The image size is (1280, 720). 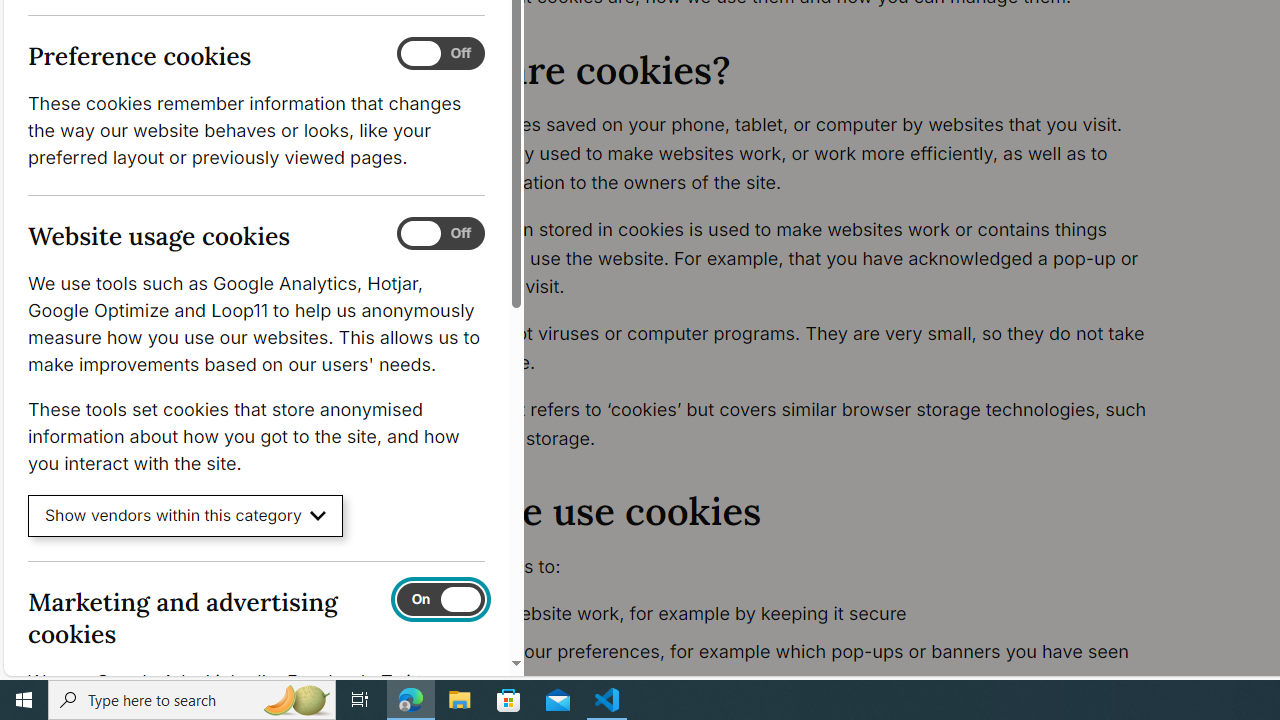 What do you see at coordinates (439, 598) in the screenshot?
I see `'Marketing and advertising cookies'` at bounding box center [439, 598].